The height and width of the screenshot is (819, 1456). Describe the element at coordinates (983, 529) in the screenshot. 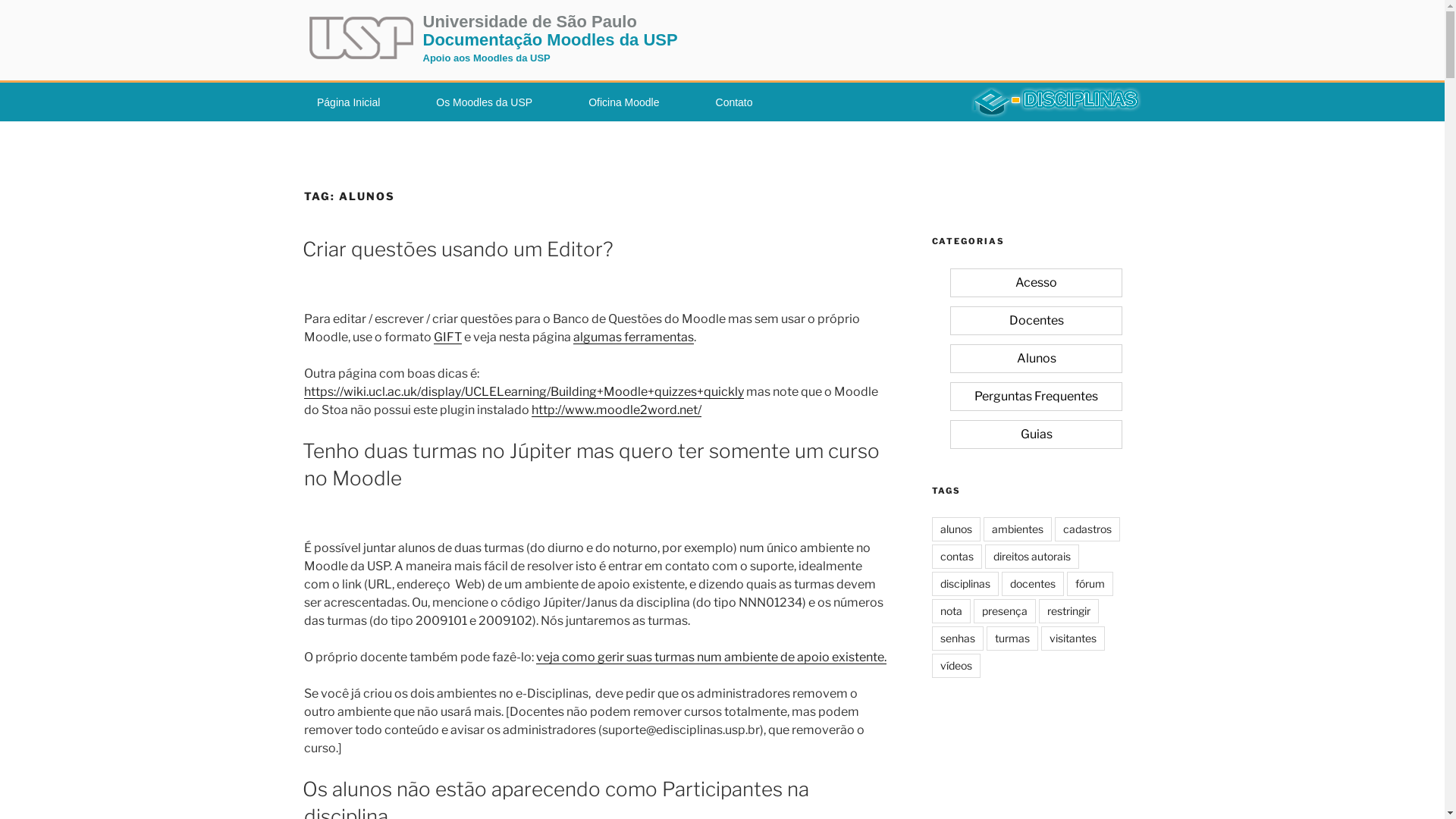

I see `'ambientes'` at that location.